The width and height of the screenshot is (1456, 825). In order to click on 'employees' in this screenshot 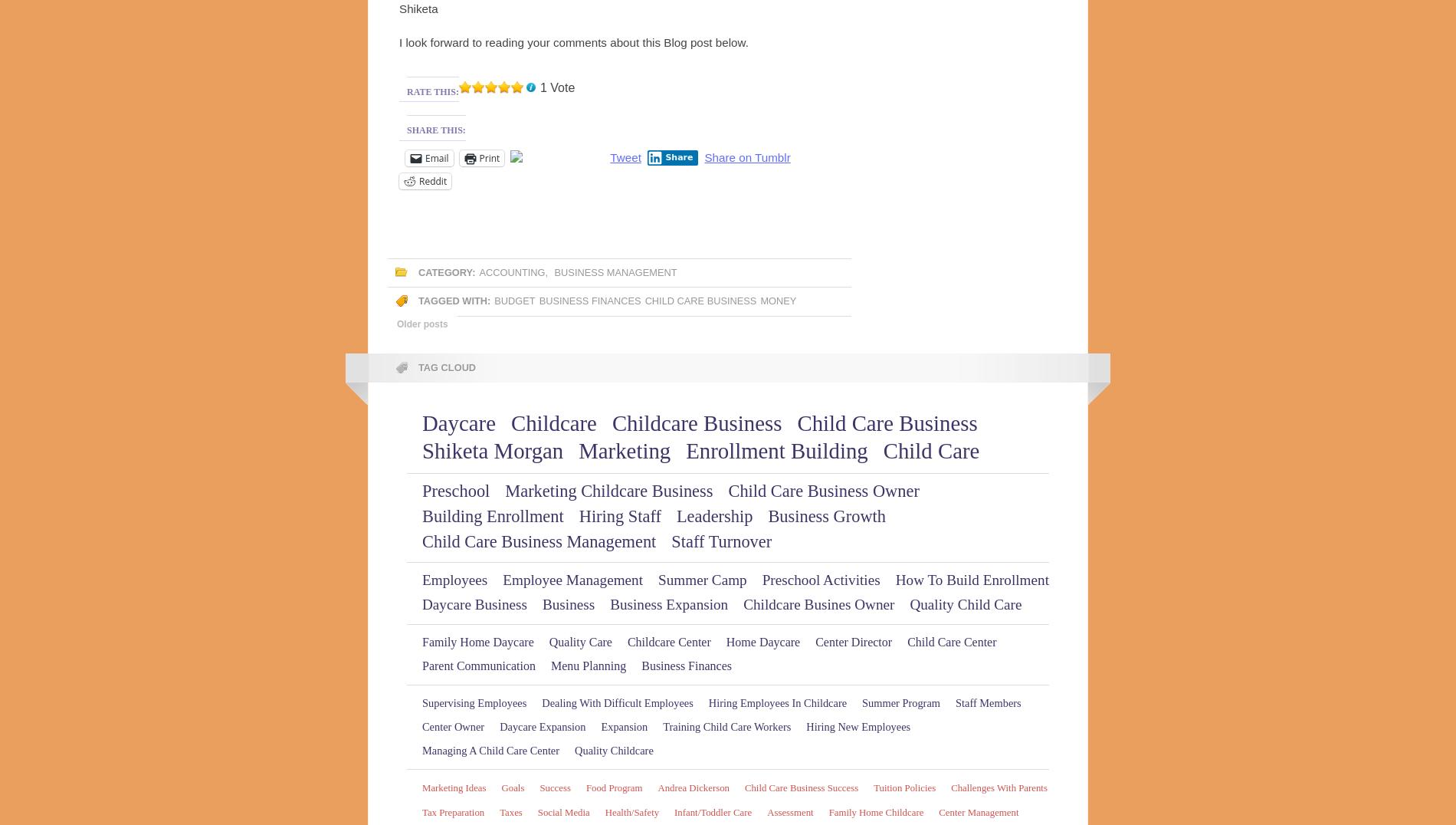, I will do `click(454, 578)`.